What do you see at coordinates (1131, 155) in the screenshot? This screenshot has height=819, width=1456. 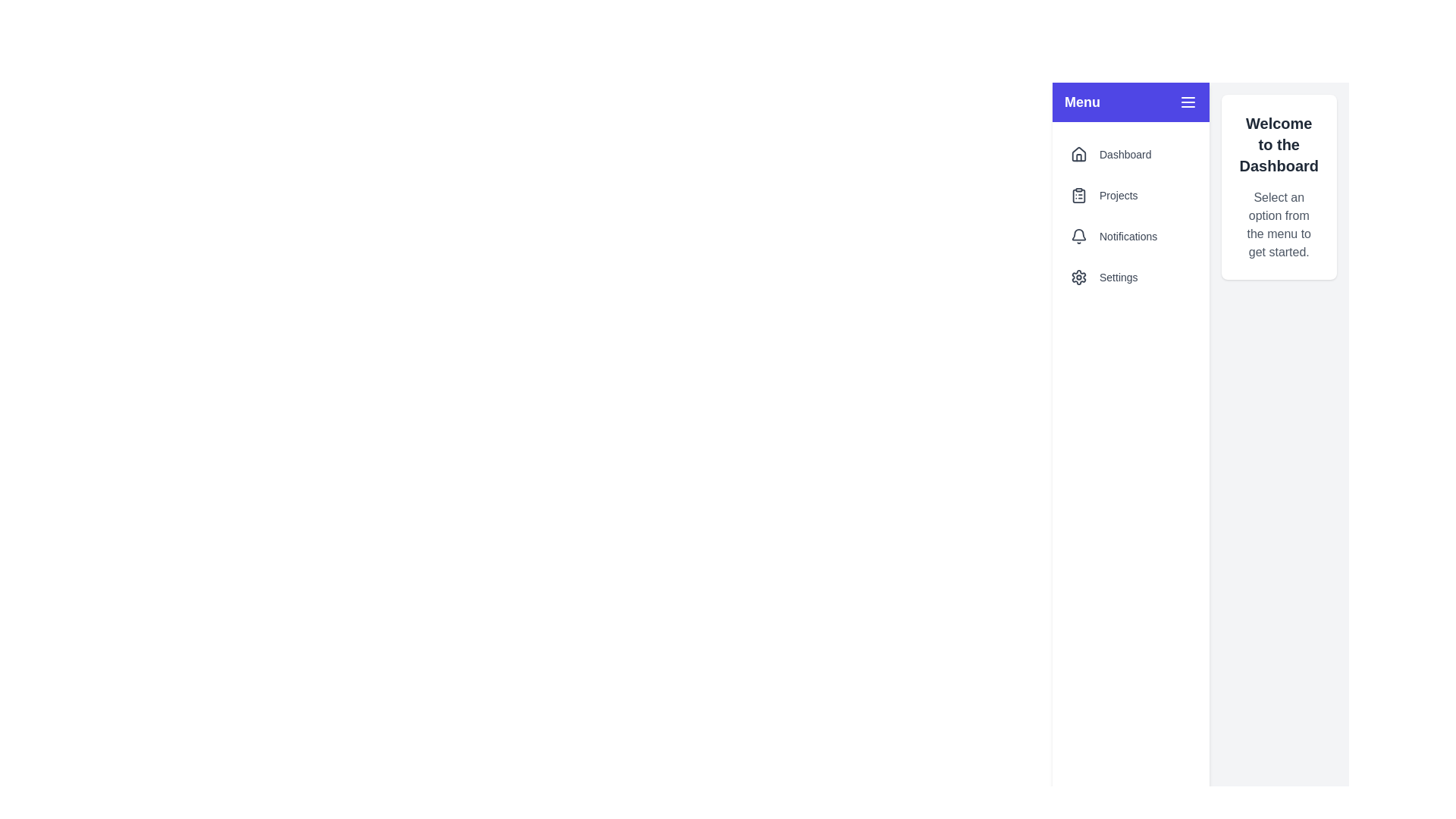 I see `the menu item labeled Dashboard` at bounding box center [1131, 155].